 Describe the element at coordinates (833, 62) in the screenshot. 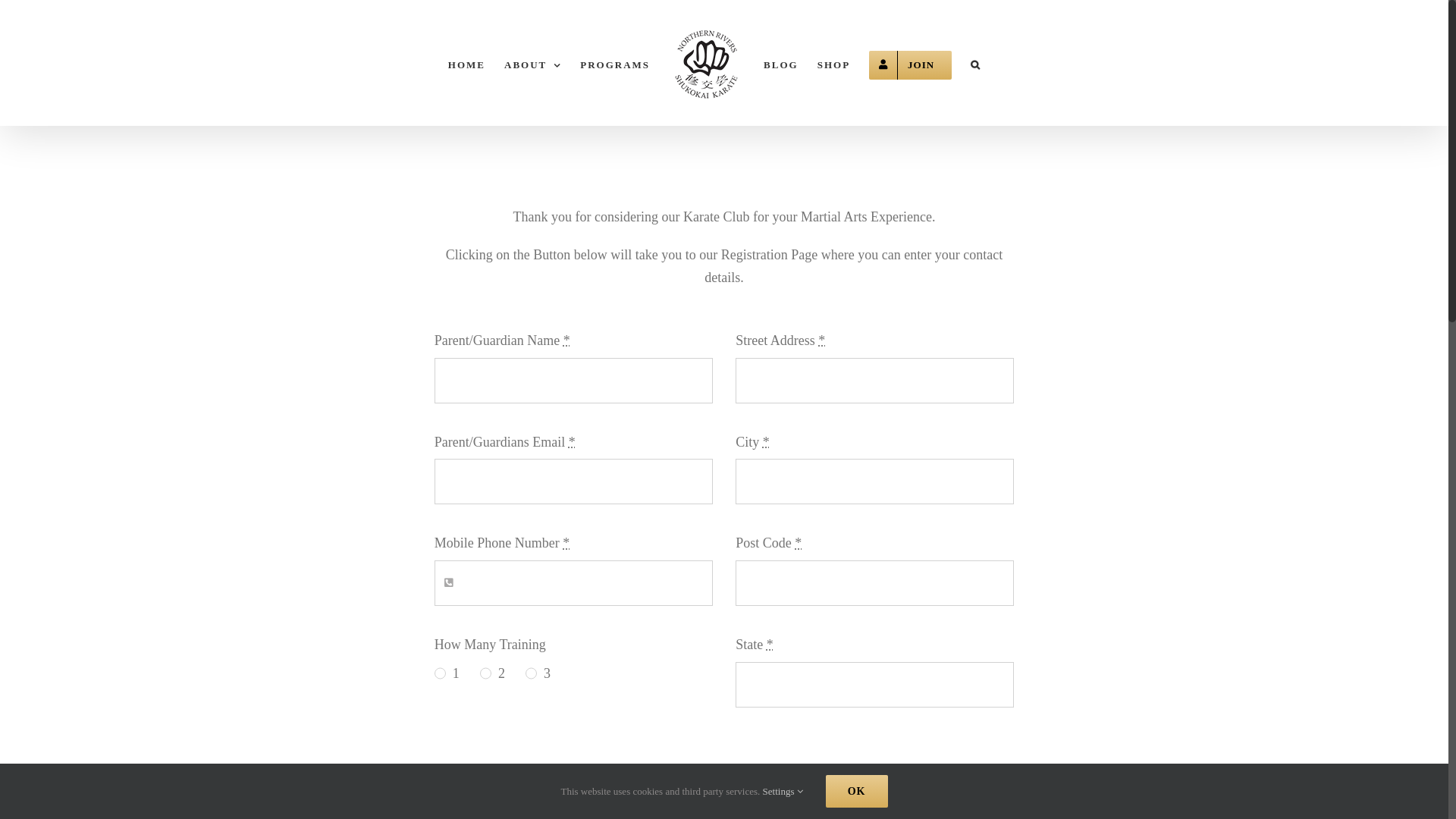

I see `'SHOP'` at that location.